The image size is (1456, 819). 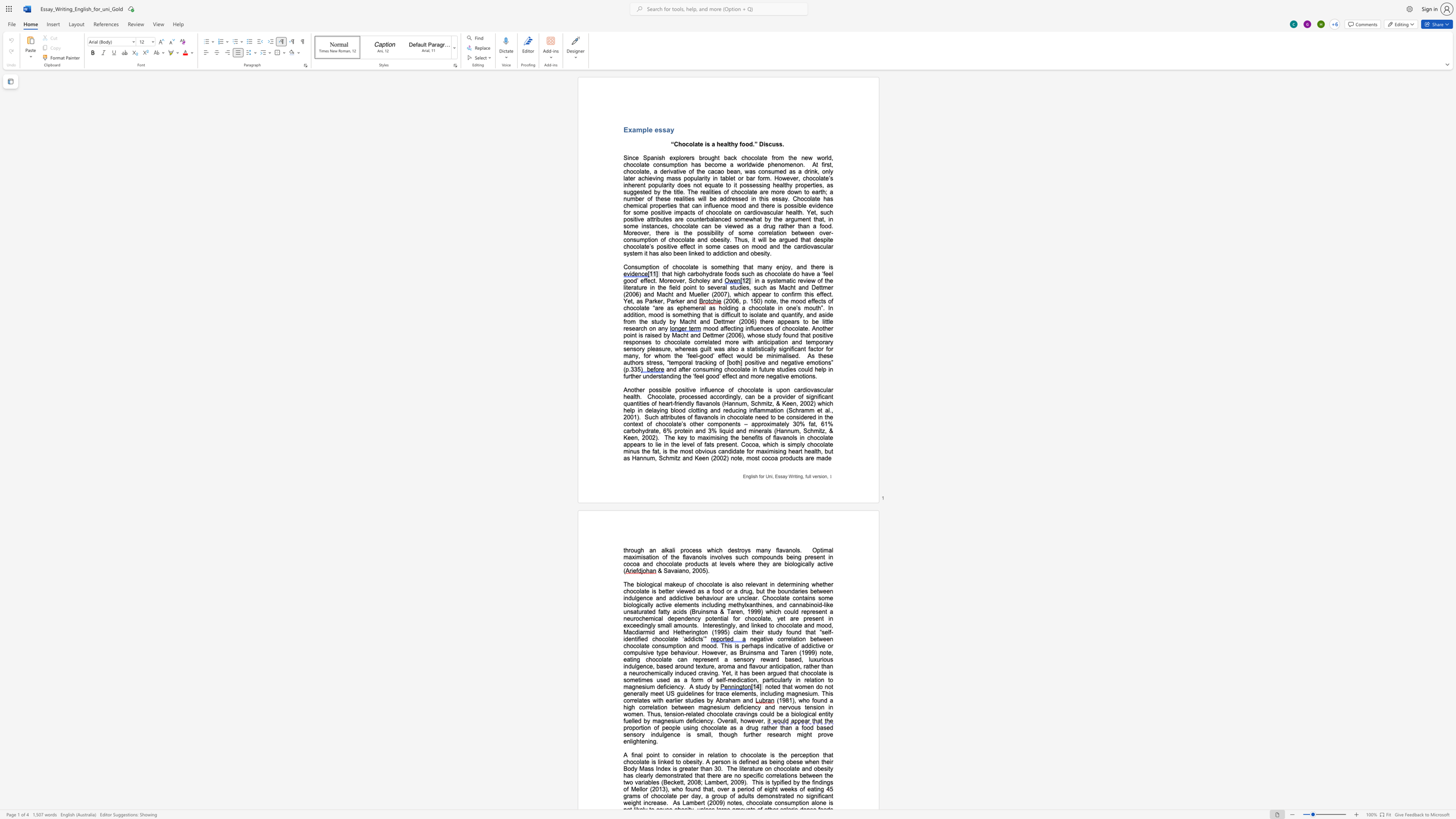 What do you see at coordinates (791, 266) in the screenshot?
I see `the space between the continuous character "y" and "," in the text` at bounding box center [791, 266].